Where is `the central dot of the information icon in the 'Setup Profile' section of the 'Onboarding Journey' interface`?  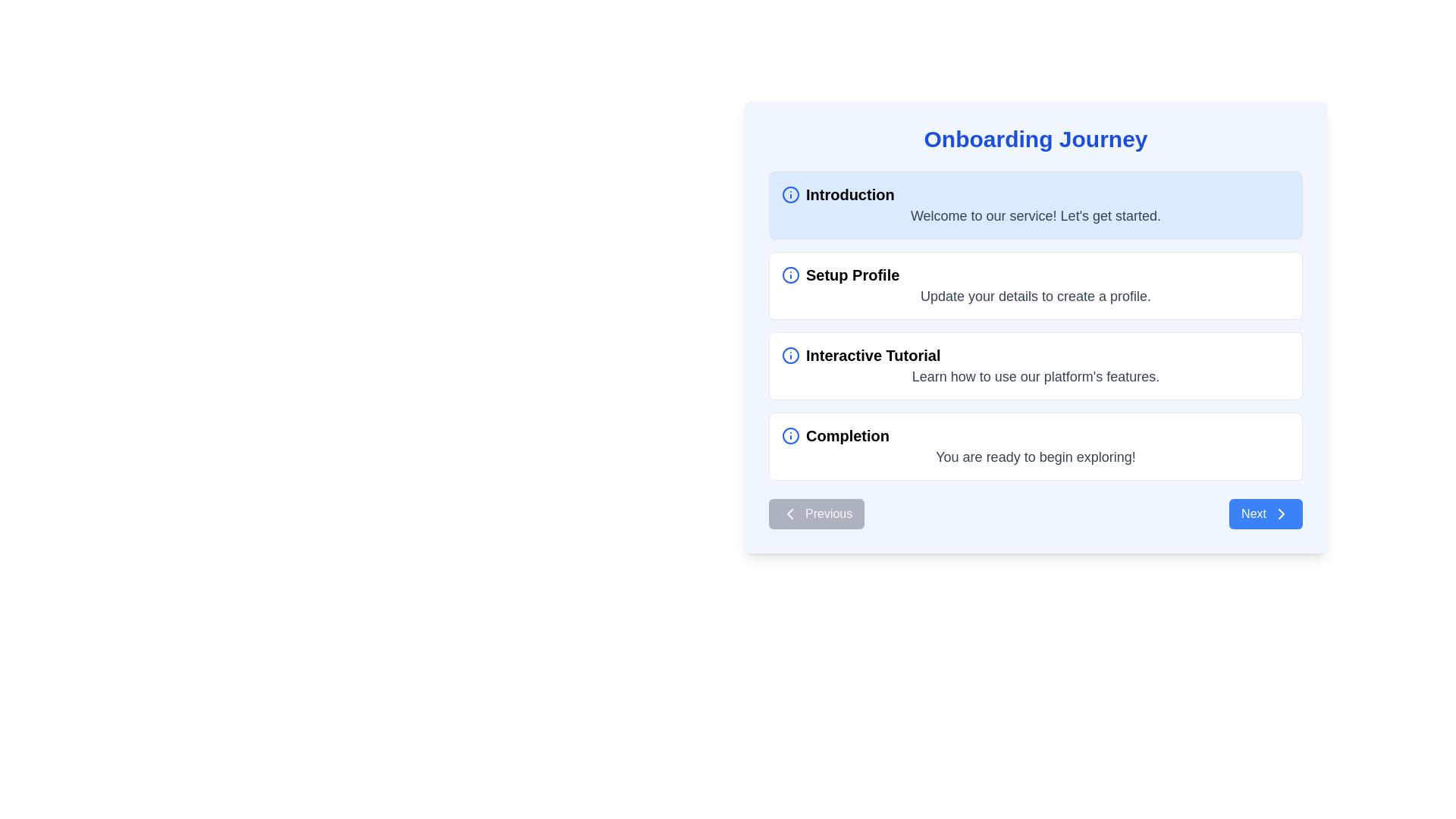
the central dot of the information icon in the 'Setup Profile' section of the 'Onboarding Journey' interface is located at coordinates (789, 275).